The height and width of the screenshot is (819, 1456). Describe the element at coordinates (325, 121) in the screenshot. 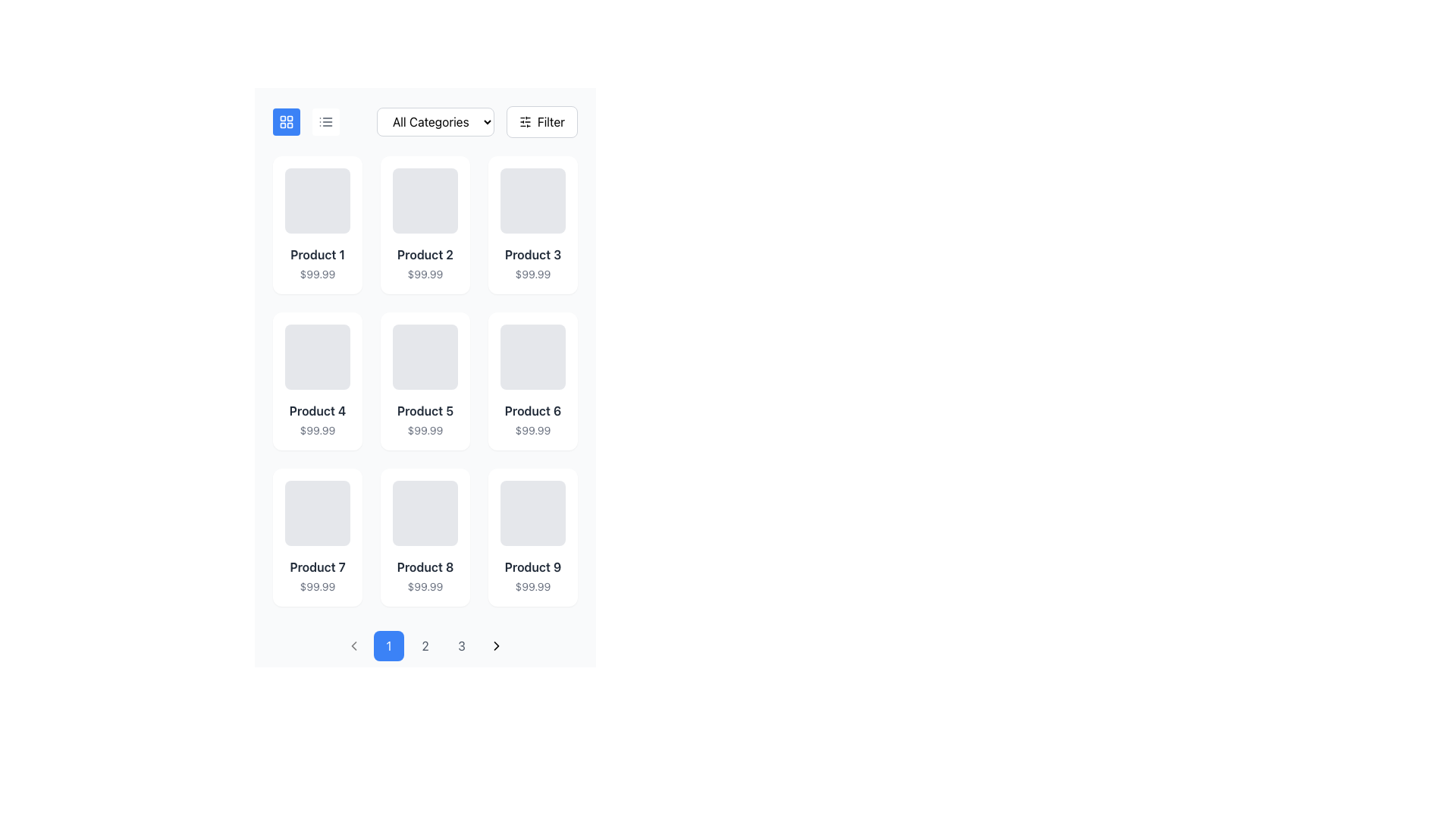

I see `the button with rounded corners and a white background located to the right of a blue button` at that location.